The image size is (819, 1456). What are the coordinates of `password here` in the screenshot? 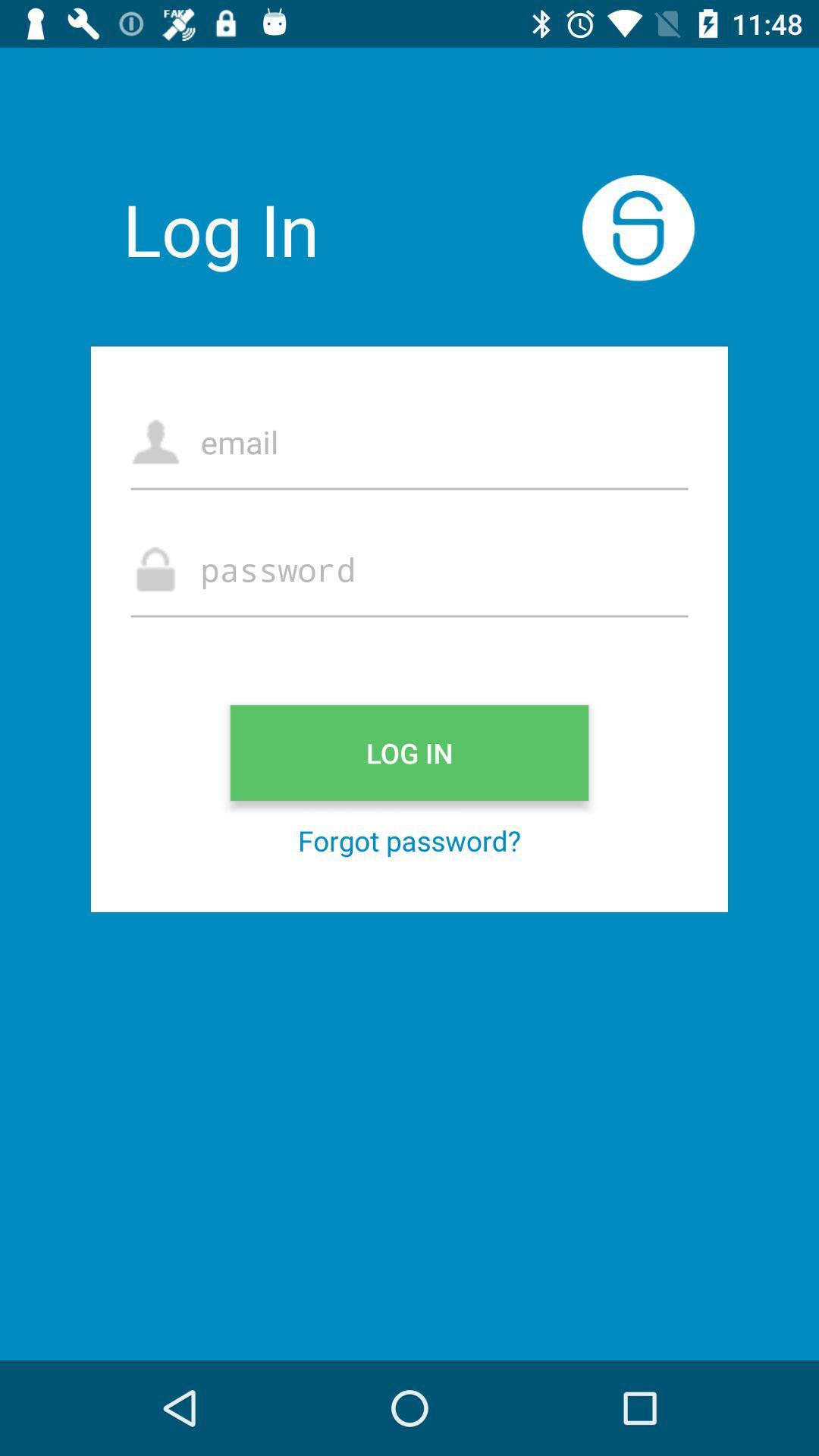 It's located at (409, 568).